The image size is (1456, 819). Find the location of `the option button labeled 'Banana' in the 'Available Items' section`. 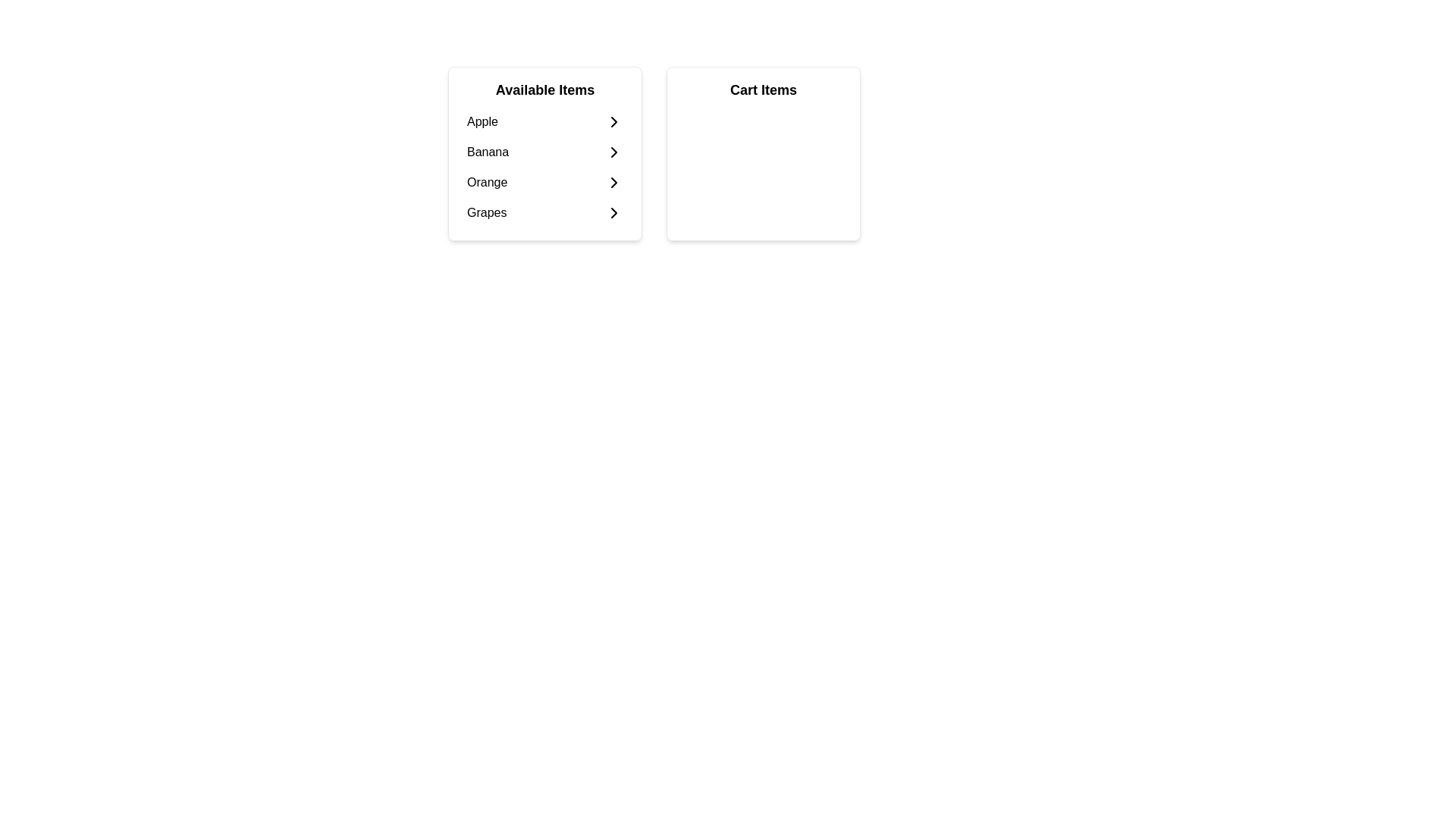

the option button labeled 'Banana' in the 'Available Items' section is located at coordinates (545, 152).